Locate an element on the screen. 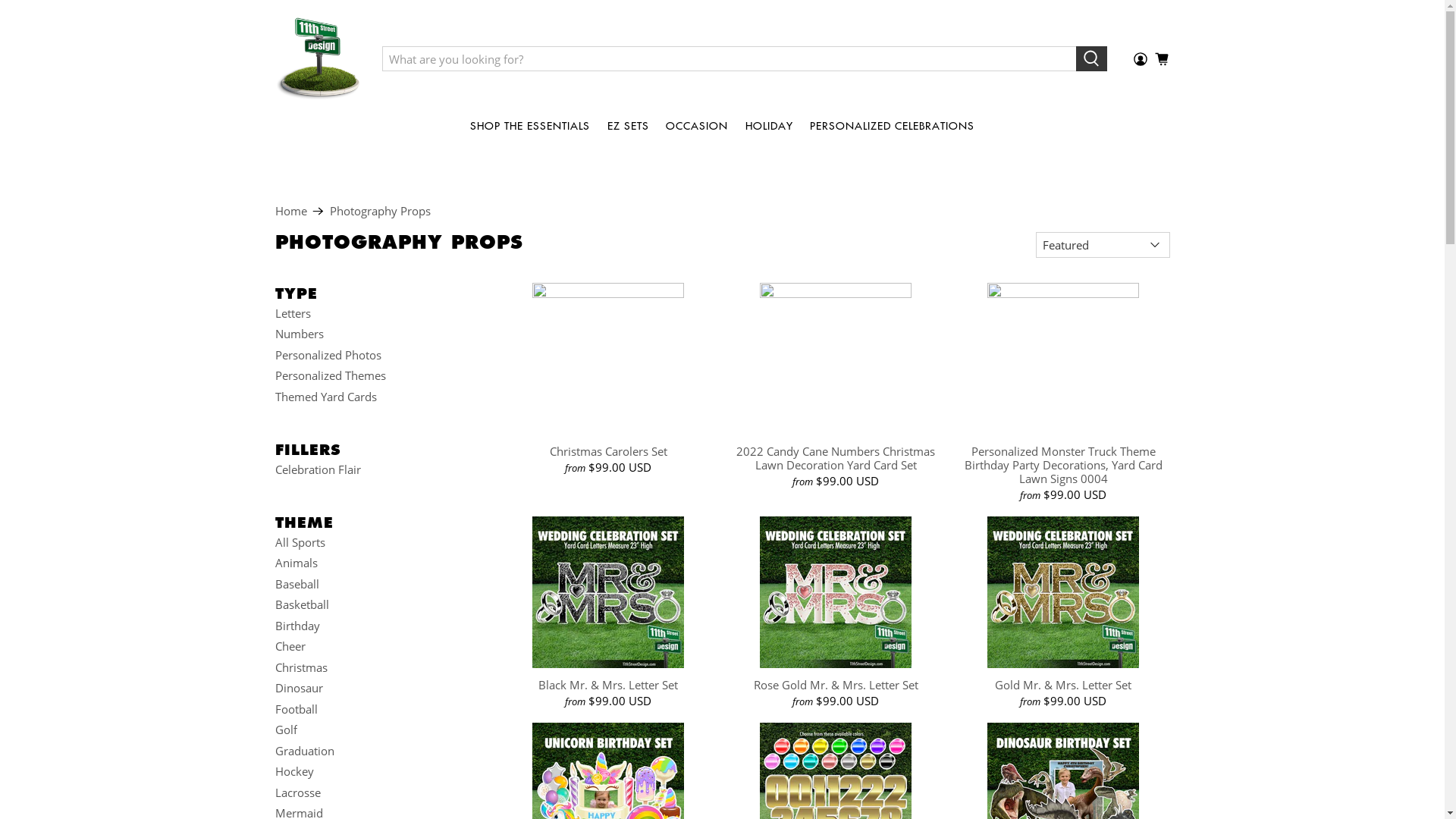 The width and height of the screenshot is (1456, 819). 'SHOP THE ESSENTIALS' is located at coordinates (530, 124).